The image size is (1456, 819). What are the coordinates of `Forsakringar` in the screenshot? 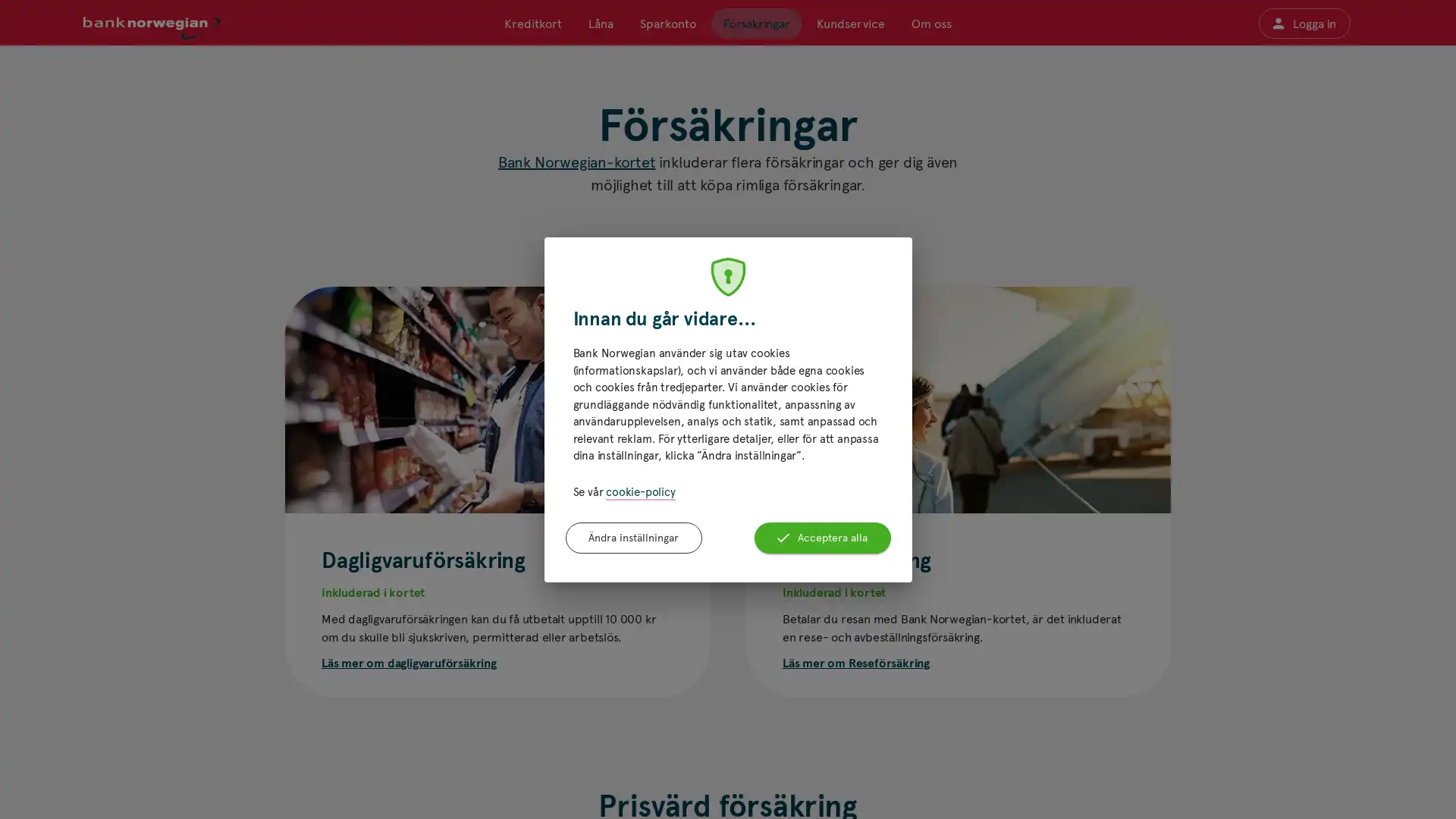 It's located at (756, 23).